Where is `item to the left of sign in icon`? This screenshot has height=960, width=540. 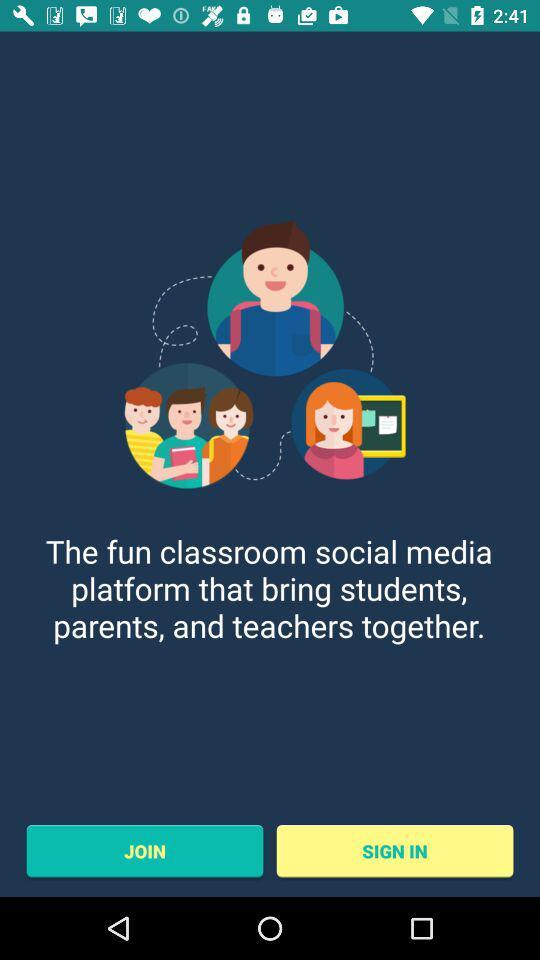
item to the left of sign in icon is located at coordinates (143, 850).